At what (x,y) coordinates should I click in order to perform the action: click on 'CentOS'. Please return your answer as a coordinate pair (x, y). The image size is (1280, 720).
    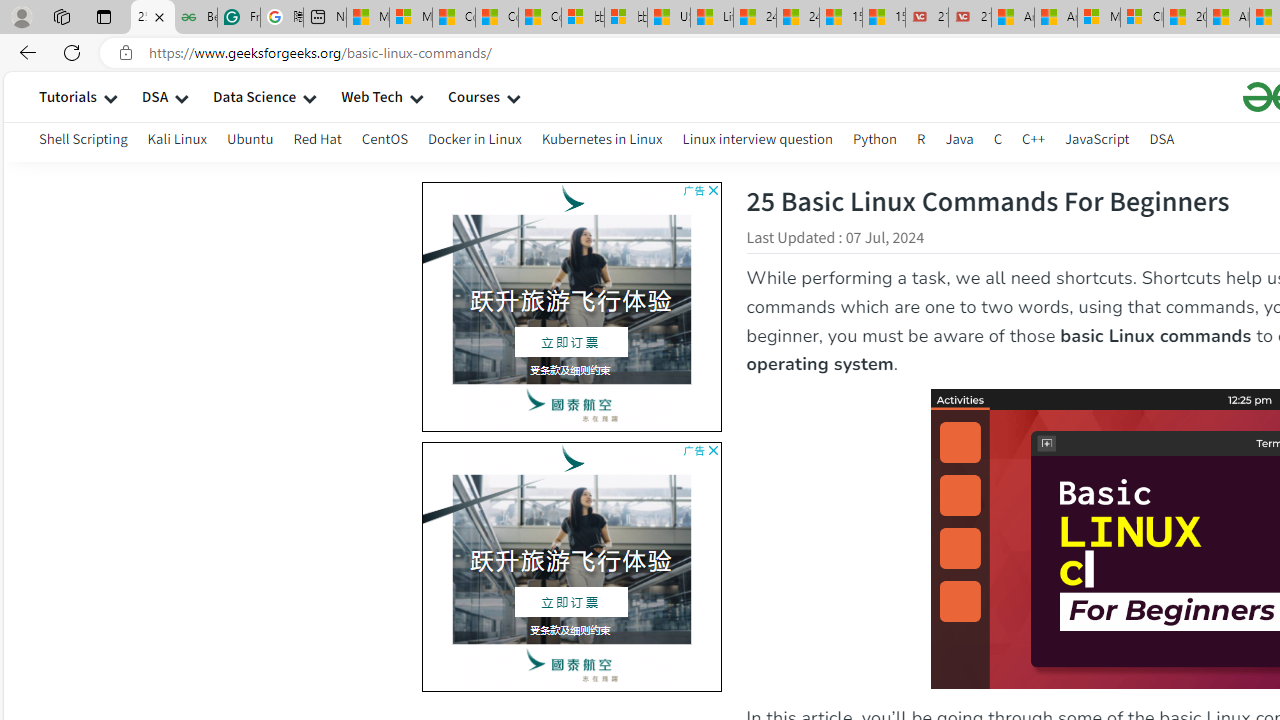
    Looking at the image, I should click on (384, 138).